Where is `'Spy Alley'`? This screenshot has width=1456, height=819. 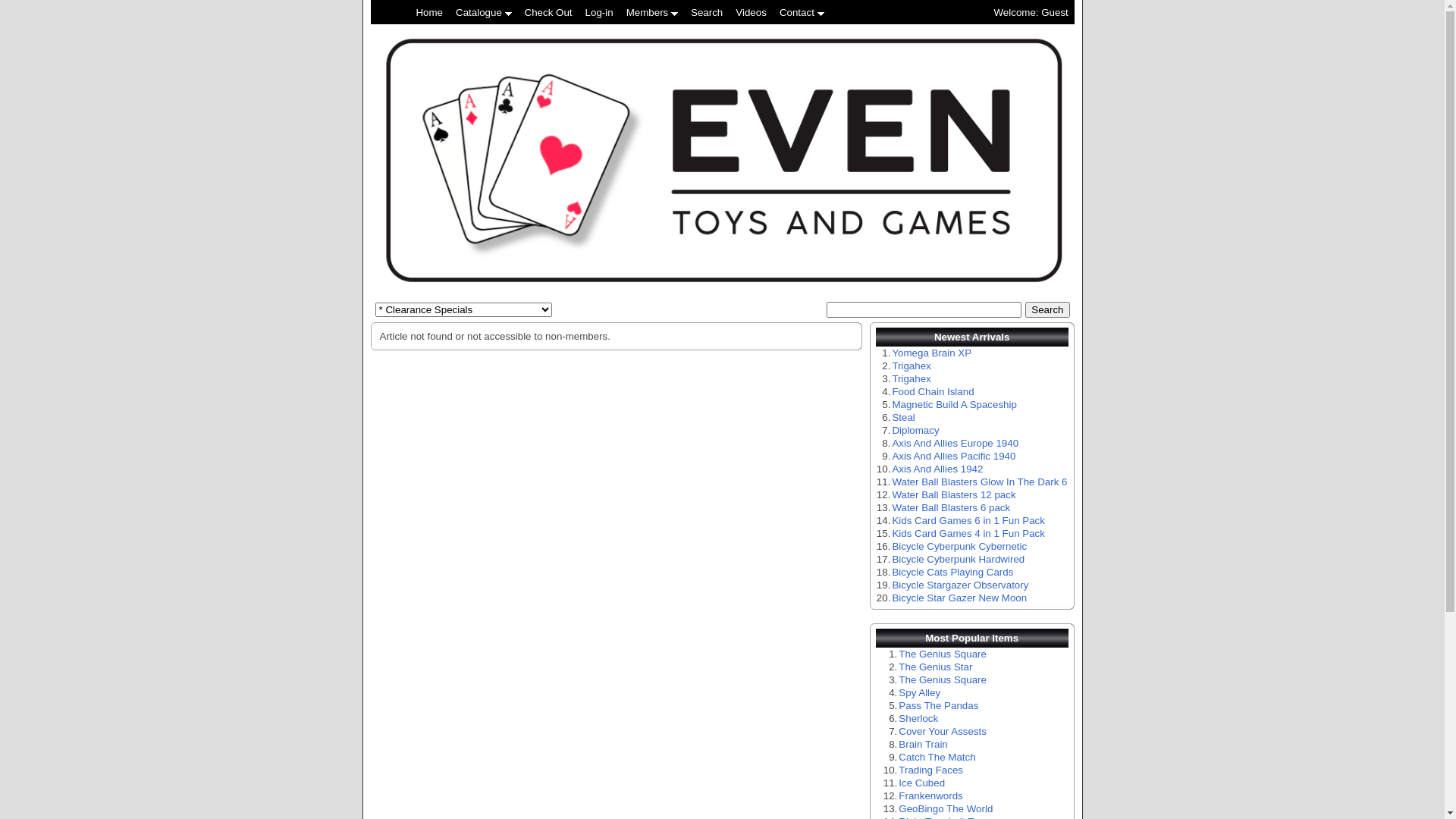 'Spy Alley' is located at coordinates (899, 692).